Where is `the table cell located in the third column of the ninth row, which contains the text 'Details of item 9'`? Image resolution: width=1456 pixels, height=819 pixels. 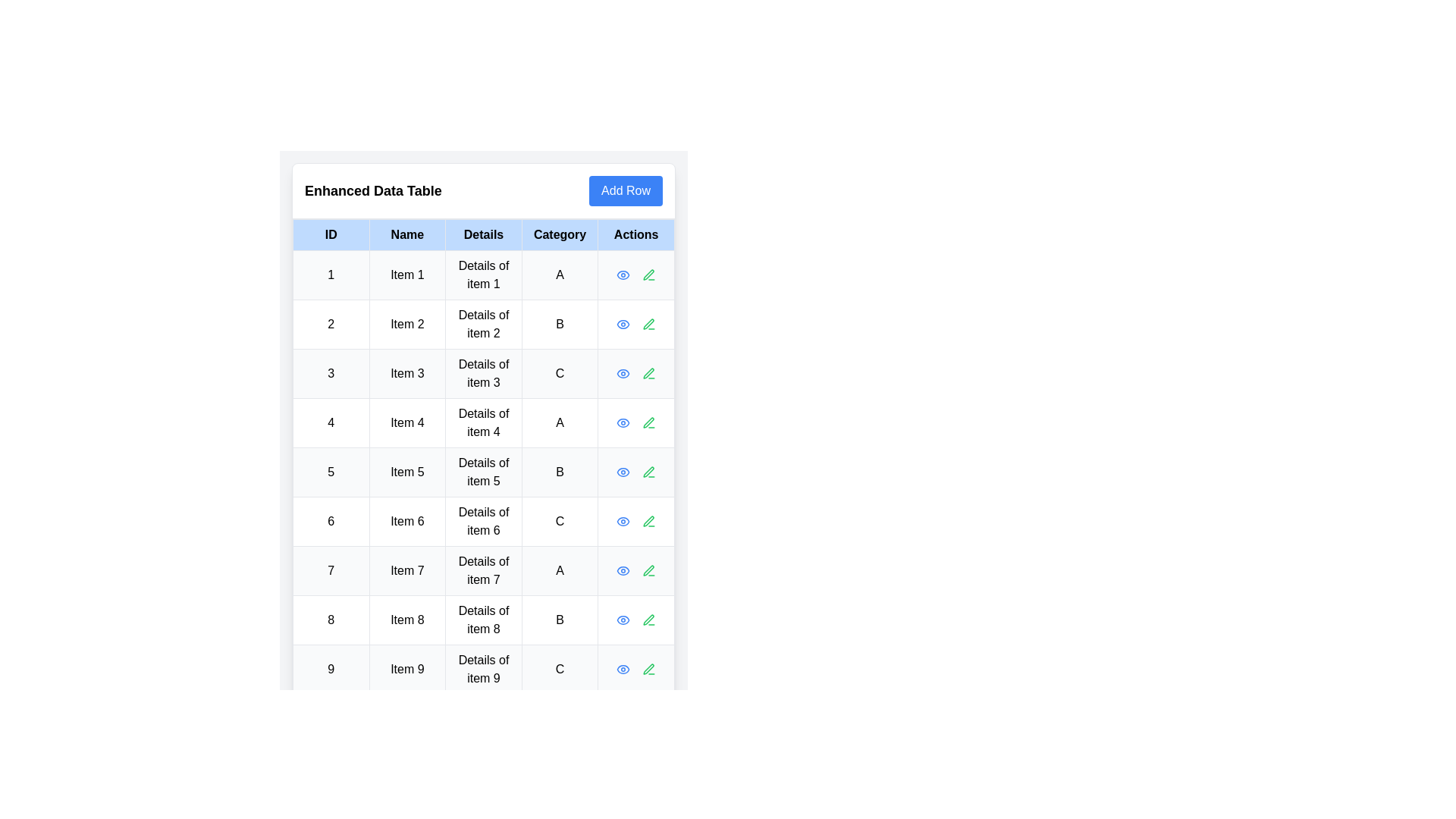
the table cell located in the third column of the ninth row, which contains the text 'Details of item 9' is located at coordinates (483, 669).